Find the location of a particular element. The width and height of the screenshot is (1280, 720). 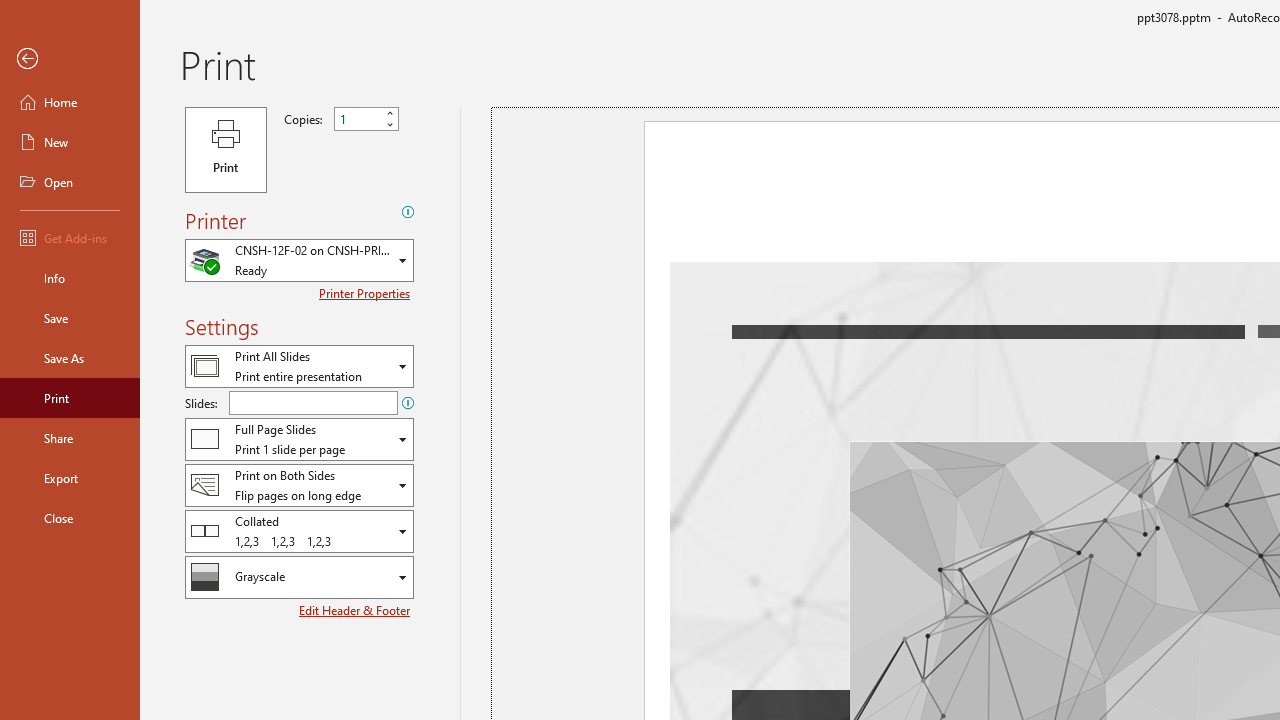

'Copies' is located at coordinates (366, 119).